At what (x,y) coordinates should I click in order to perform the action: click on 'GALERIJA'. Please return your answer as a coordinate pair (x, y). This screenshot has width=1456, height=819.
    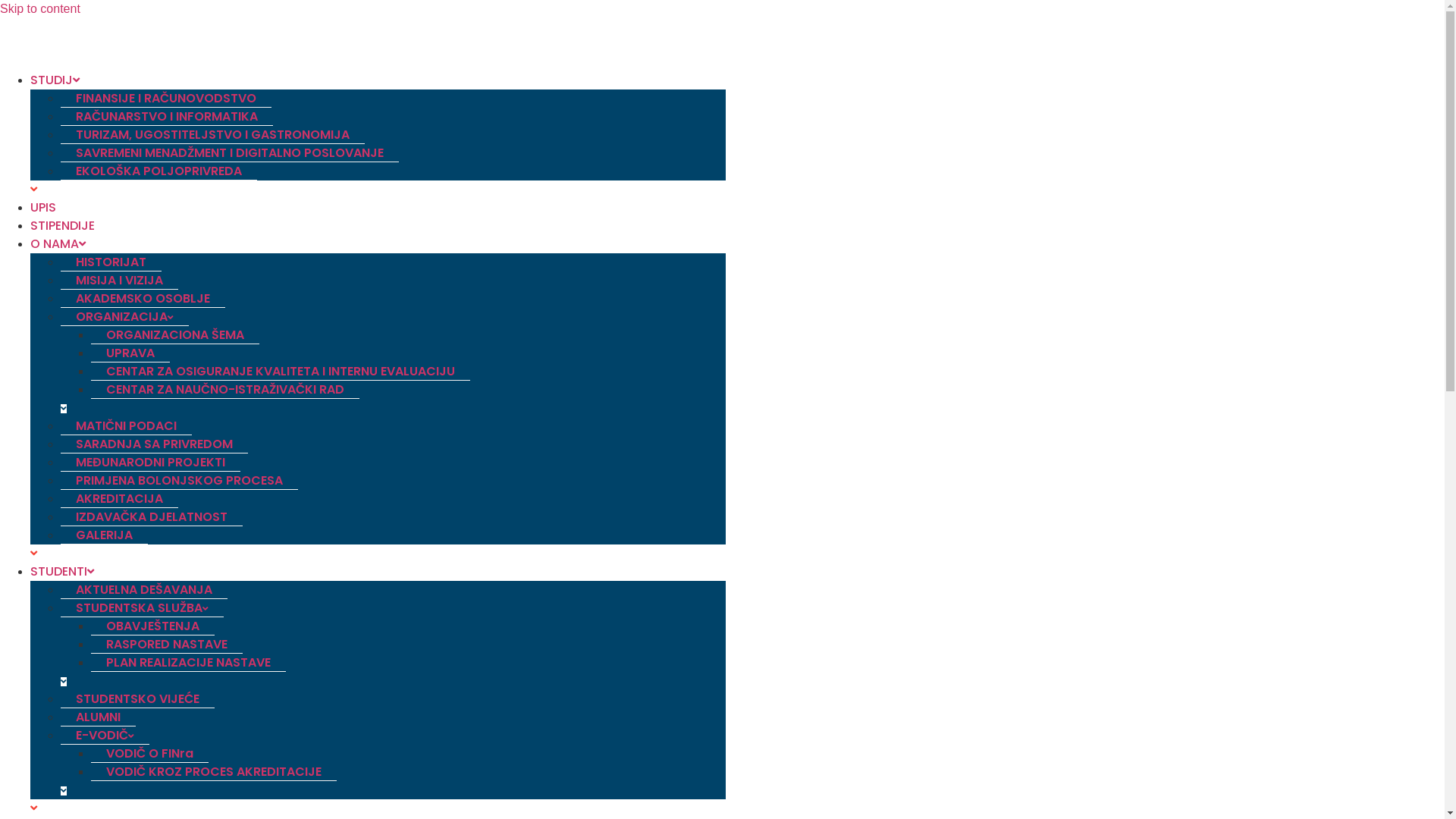
    Looking at the image, I should click on (103, 534).